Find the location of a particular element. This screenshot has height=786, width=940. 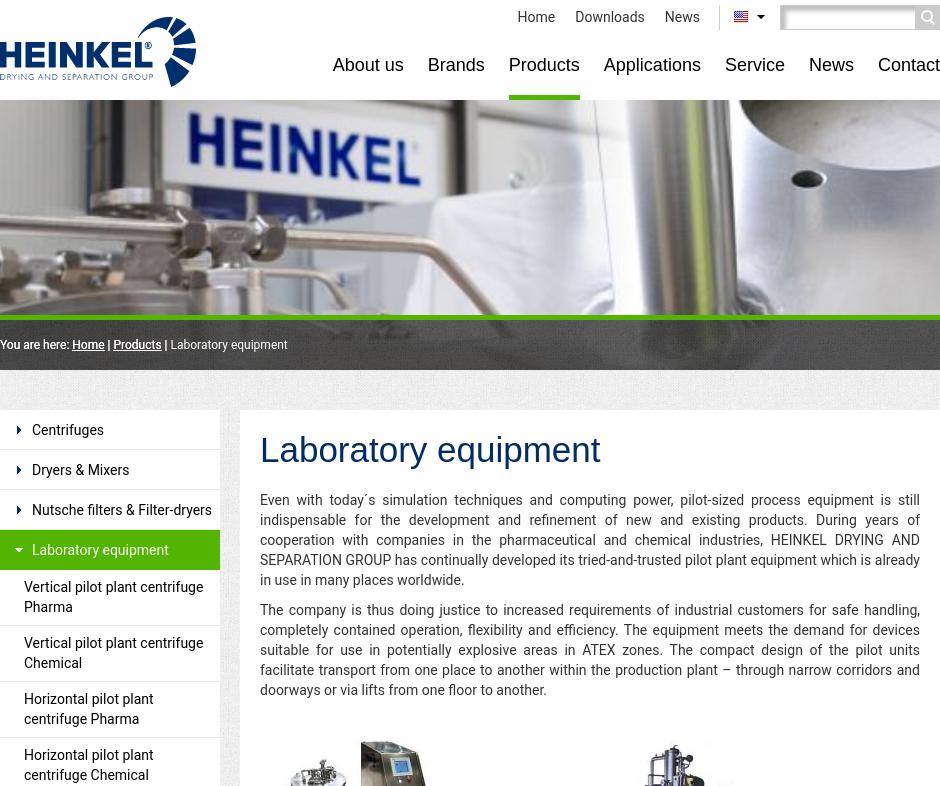

'Downloads' is located at coordinates (574, 15).